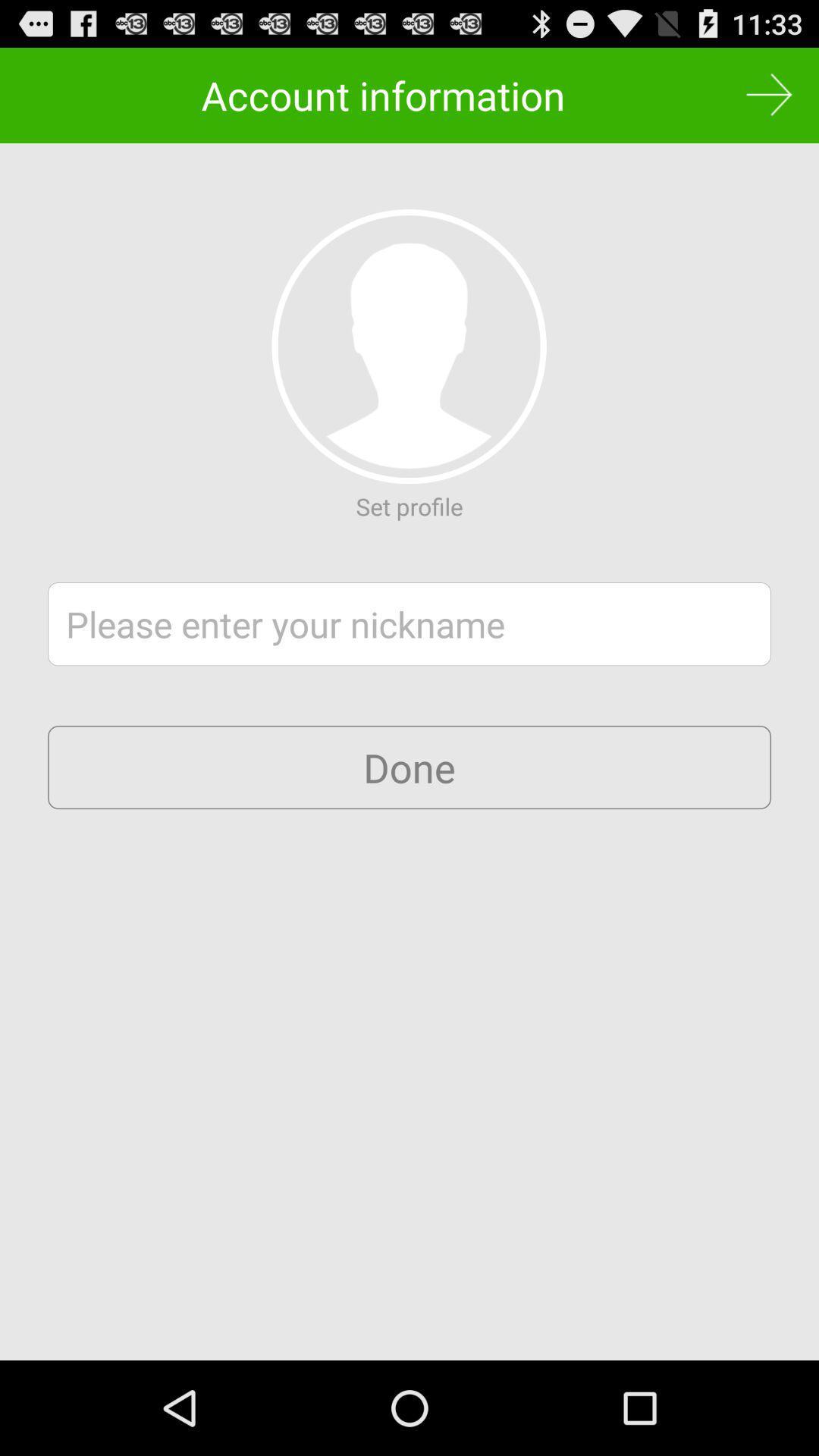 The width and height of the screenshot is (819, 1456). I want to click on icon above the set profile icon, so click(408, 346).